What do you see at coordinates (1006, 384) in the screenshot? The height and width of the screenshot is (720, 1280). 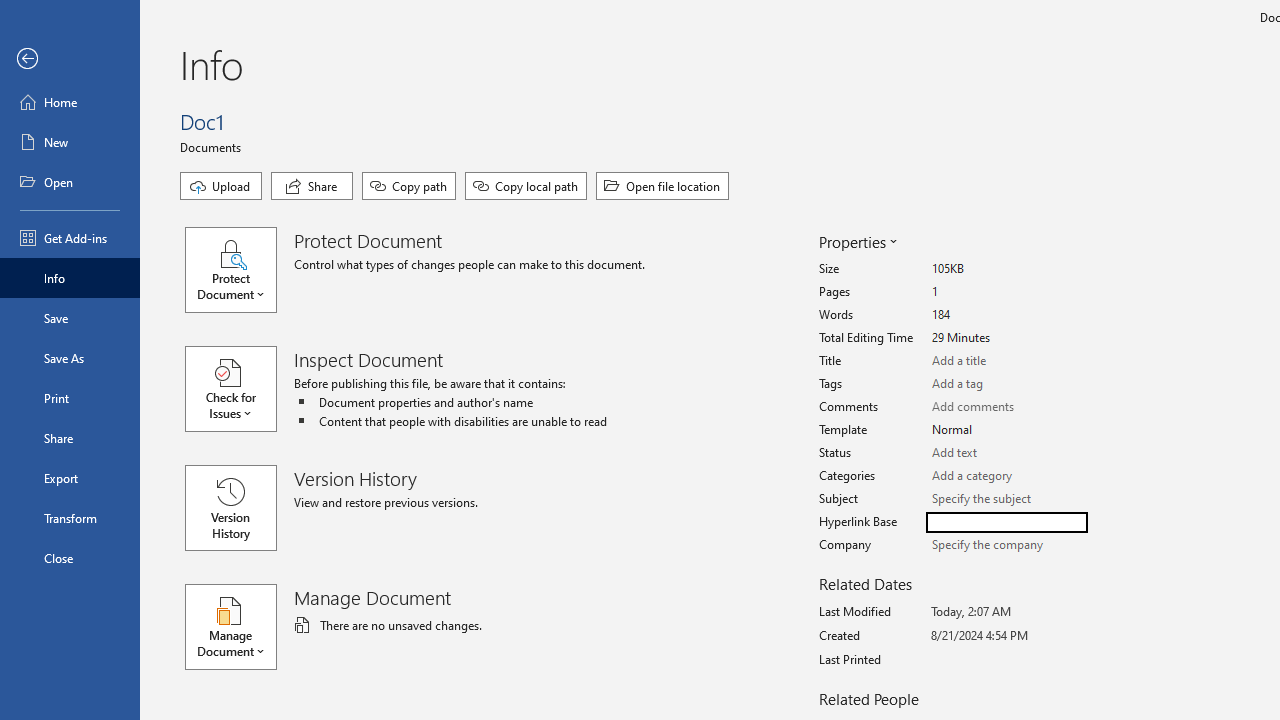 I see `'Tags'` at bounding box center [1006, 384].